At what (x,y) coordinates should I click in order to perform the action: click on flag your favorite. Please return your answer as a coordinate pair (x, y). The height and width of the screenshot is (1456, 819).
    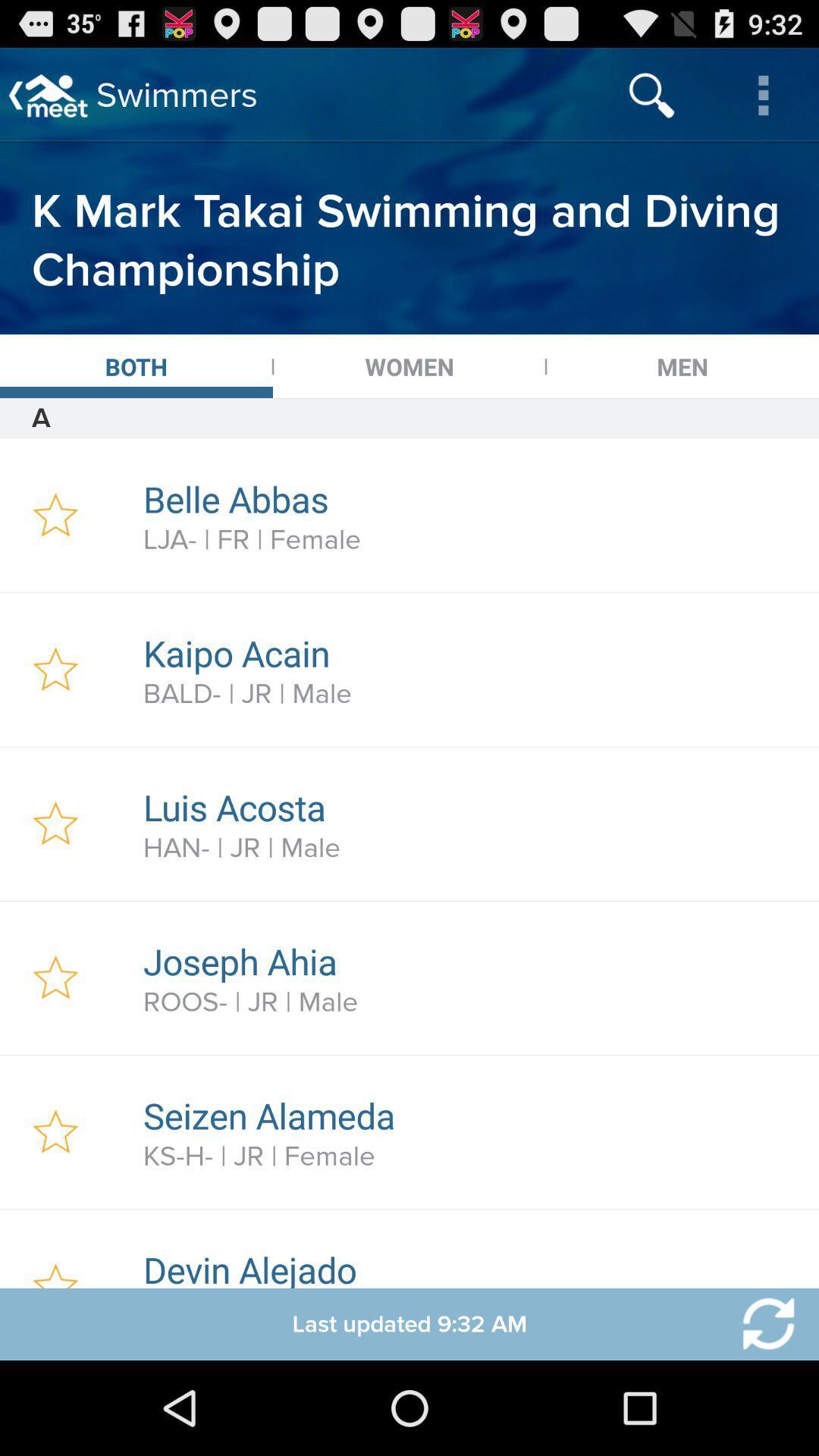
    Looking at the image, I should click on (55, 1132).